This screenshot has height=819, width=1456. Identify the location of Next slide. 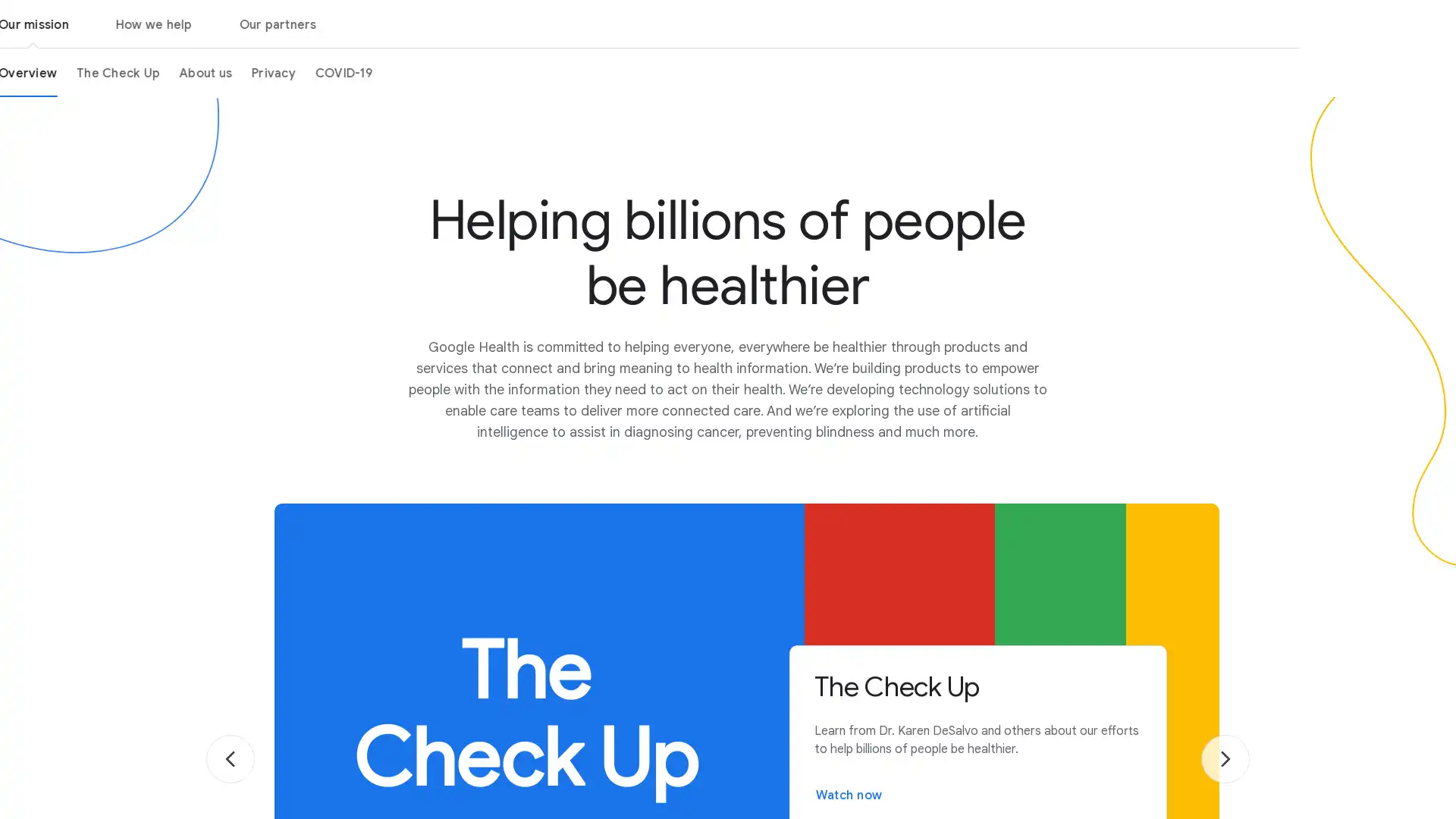
(1225, 759).